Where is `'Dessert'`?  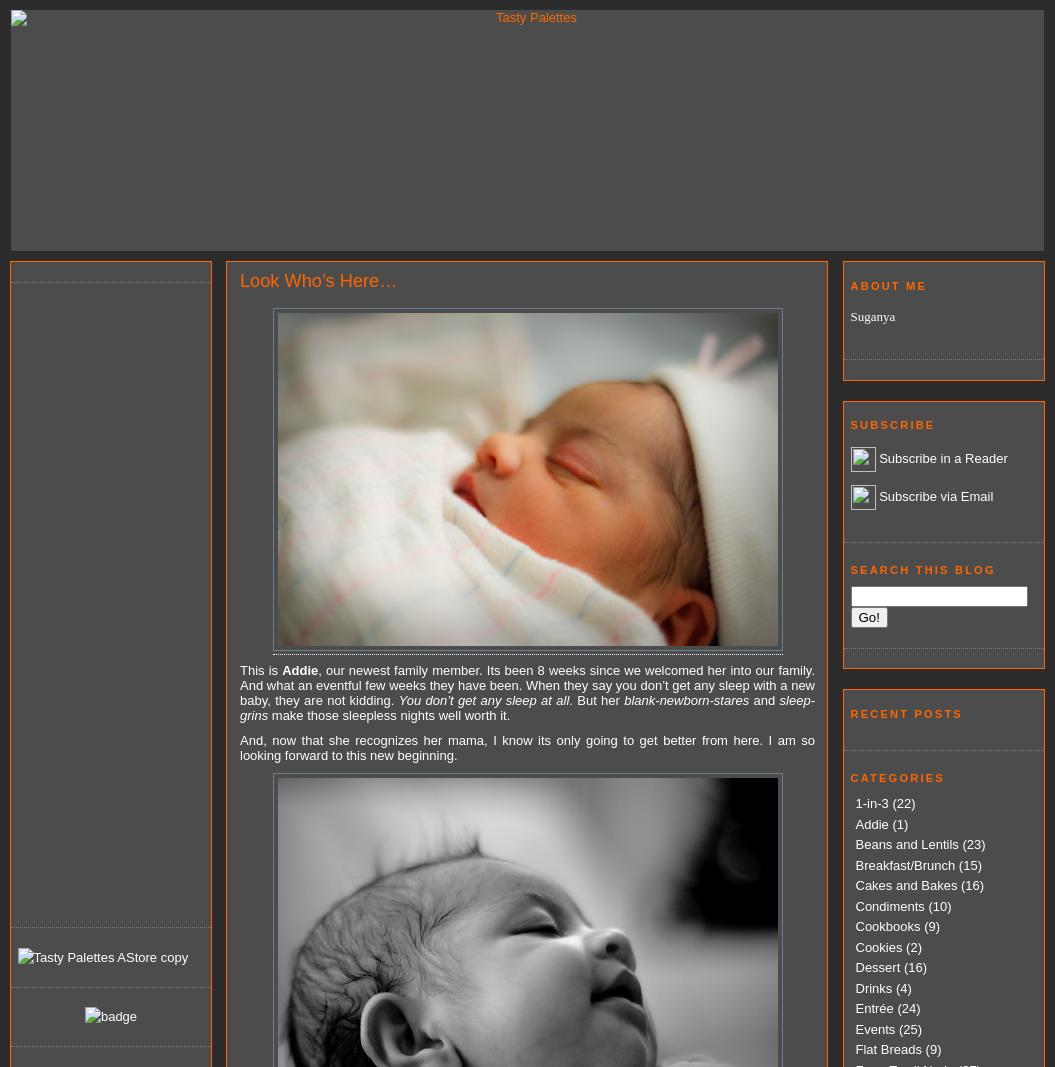
'Dessert' is located at coordinates (877, 967).